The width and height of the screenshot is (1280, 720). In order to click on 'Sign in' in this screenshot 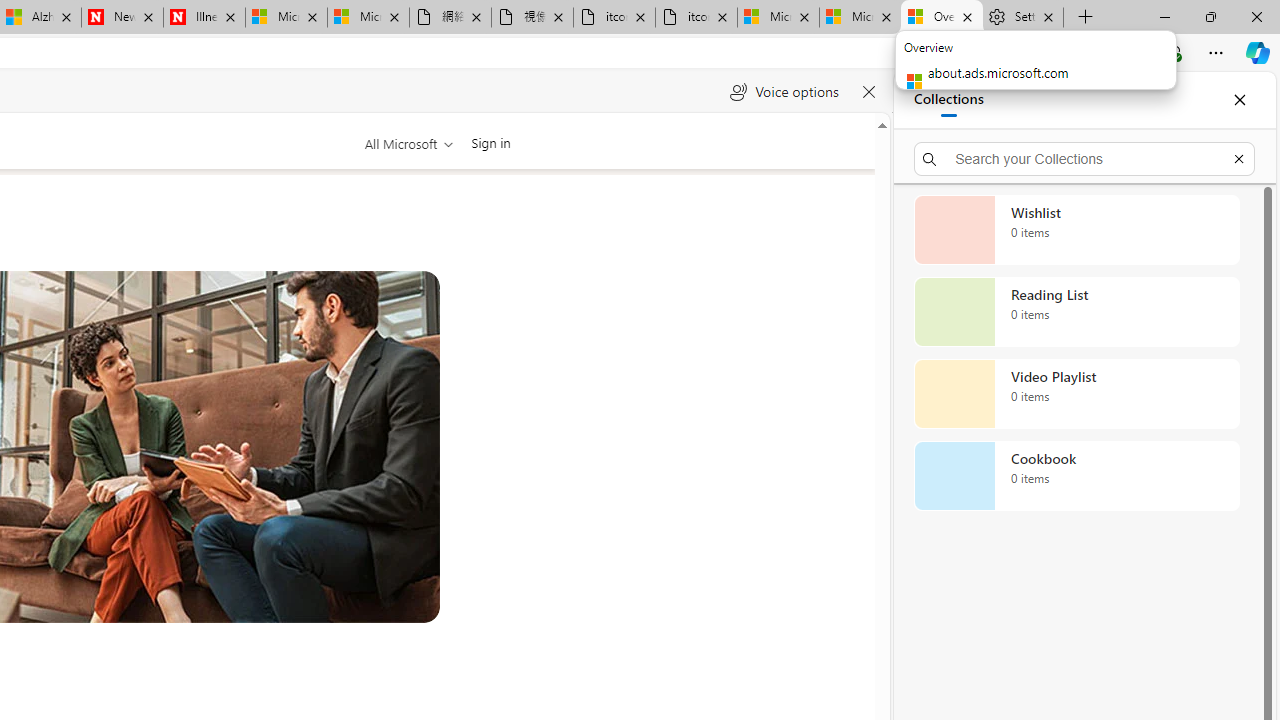, I will do `click(490, 141)`.